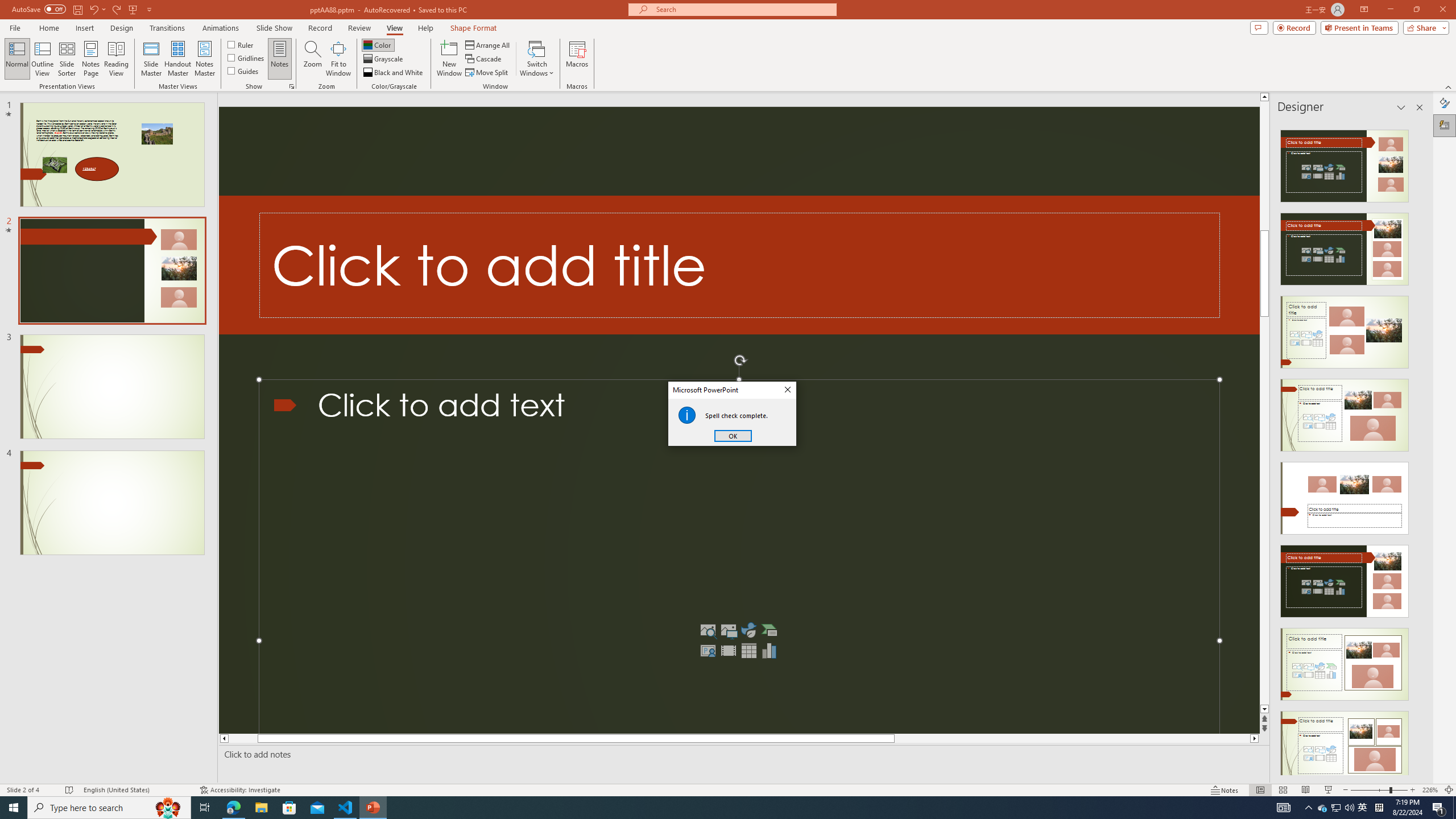 Image resolution: width=1456 pixels, height=819 pixels. What do you see at coordinates (748, 651) in the screenshot?
I see `'Insert Table'` at bounding box center [748, 651].